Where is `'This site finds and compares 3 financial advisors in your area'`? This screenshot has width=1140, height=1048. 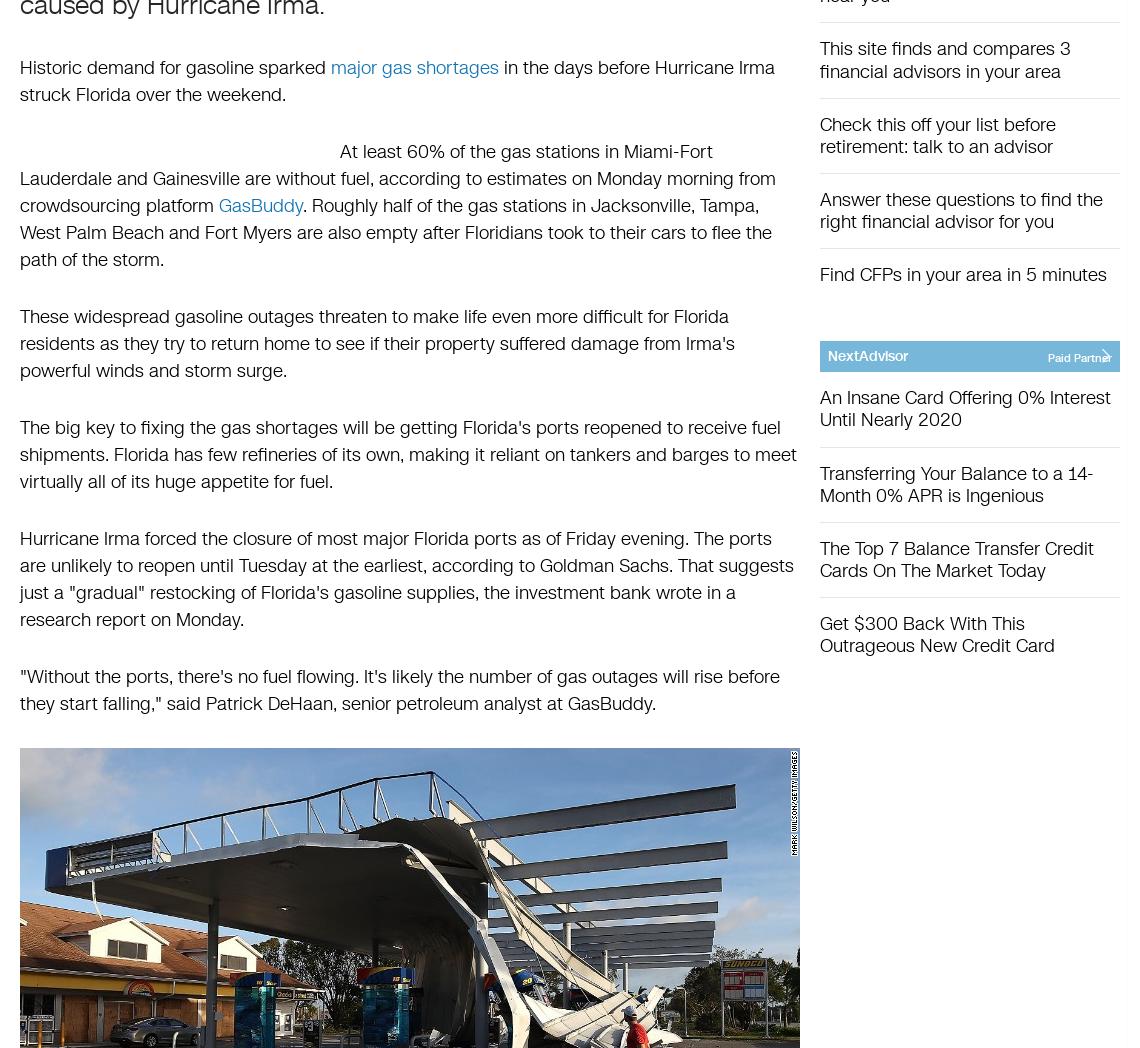
'This site finds and compares 3 financial advisors in your area' is located at coordinates (944, 60).